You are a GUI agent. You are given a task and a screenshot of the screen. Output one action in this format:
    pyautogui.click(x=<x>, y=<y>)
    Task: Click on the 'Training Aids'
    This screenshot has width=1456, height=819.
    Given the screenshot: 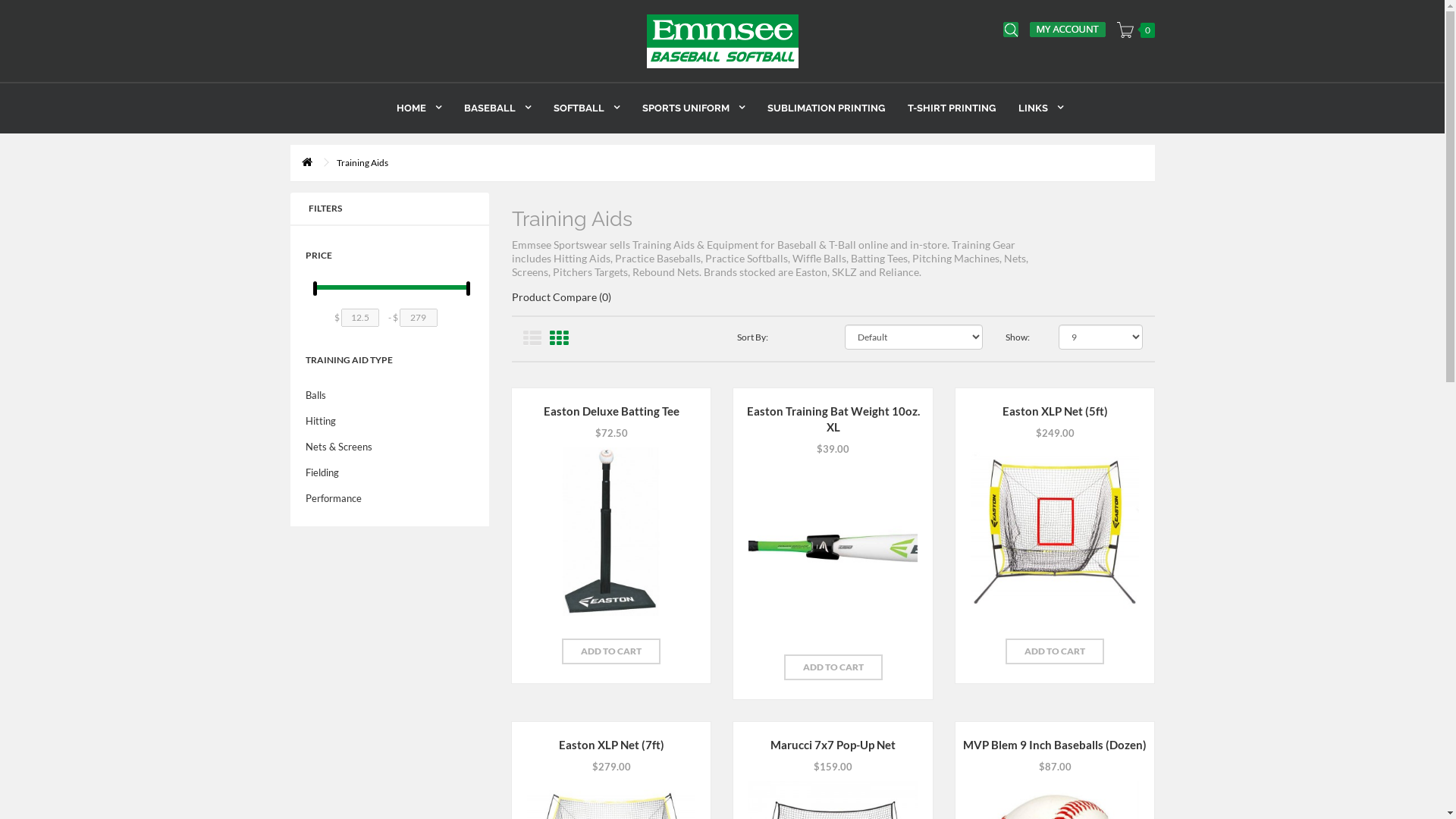 What is the action you would take?
    pyautogui.click(x=362, y=163)
    